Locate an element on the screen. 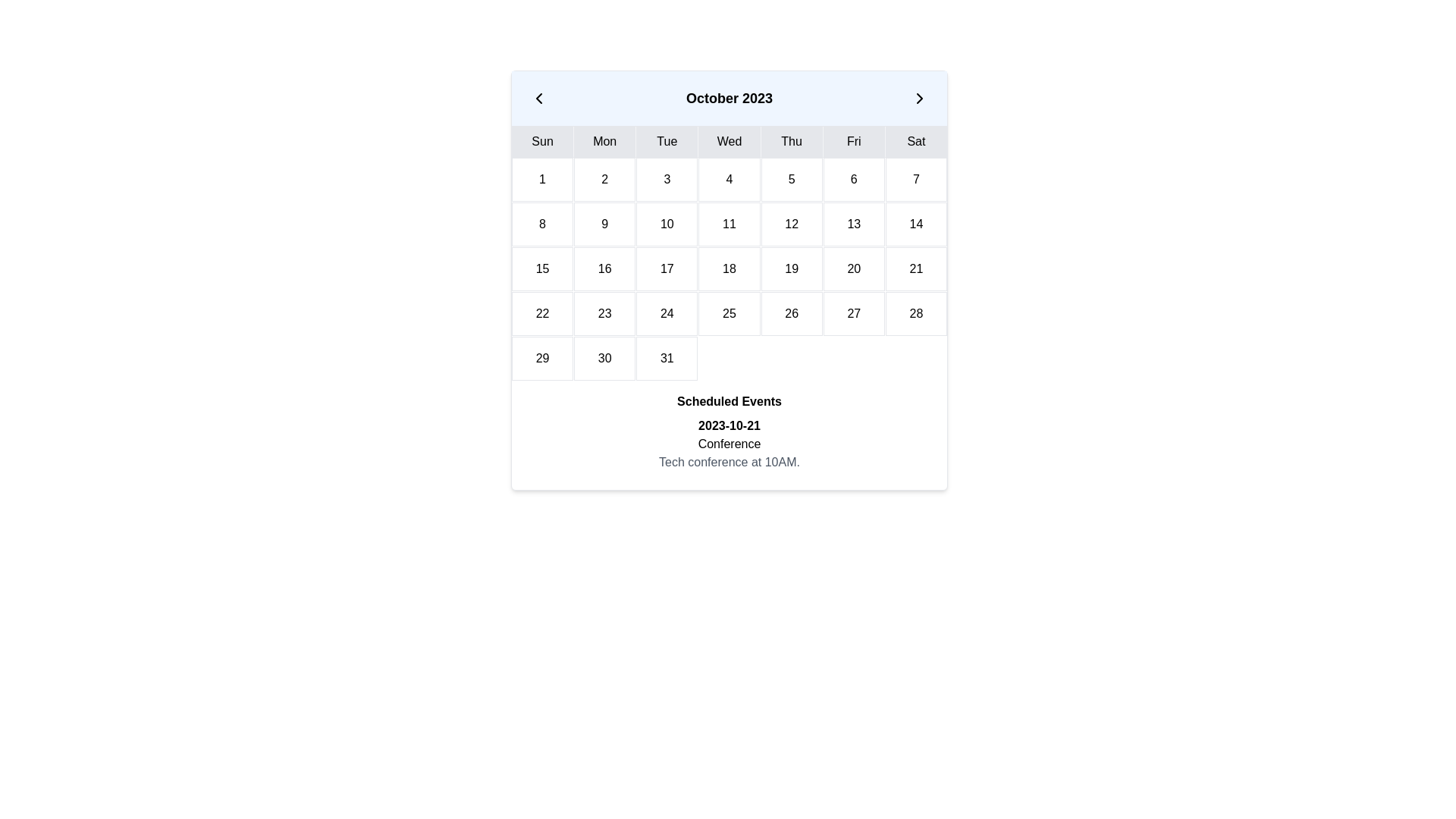 This screenshot has height=819, width=1456. the calendar date cell representing '4' in the calendar grid is located at coordinates (729, 178).